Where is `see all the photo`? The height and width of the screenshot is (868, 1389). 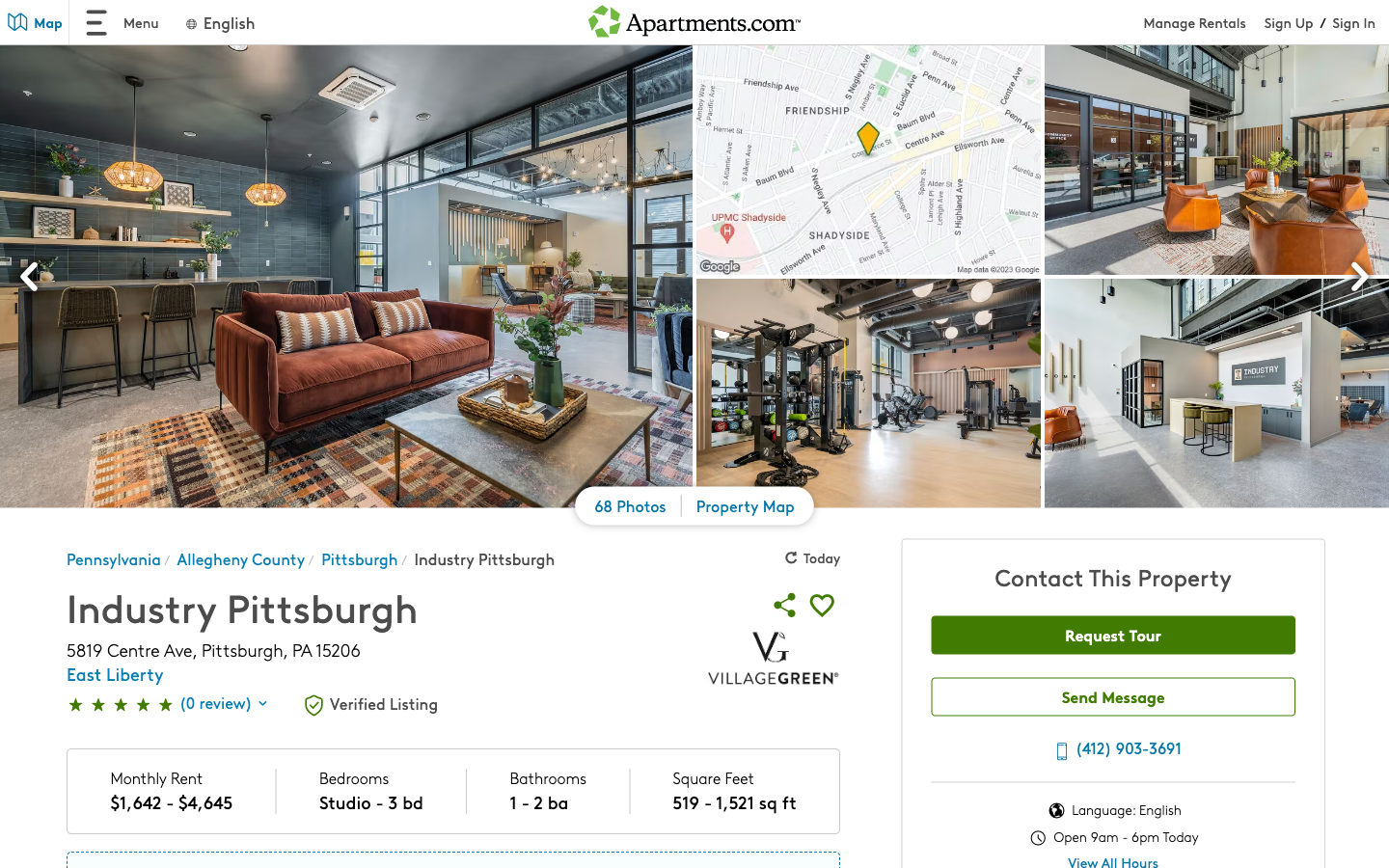 see all the photo is located at coordinates (630, 508).